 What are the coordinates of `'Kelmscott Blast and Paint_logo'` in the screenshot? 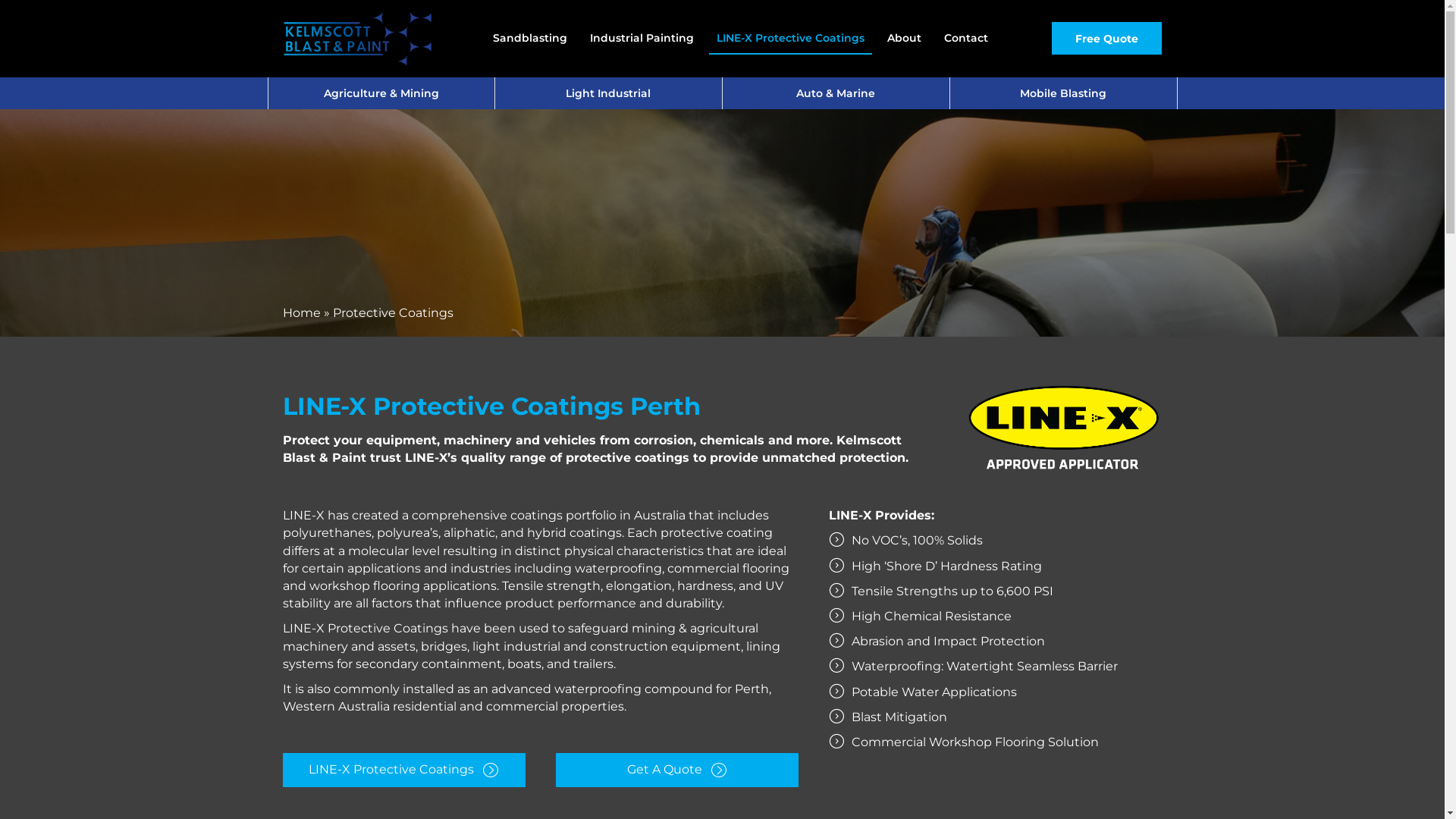 It's located at (356, 37).